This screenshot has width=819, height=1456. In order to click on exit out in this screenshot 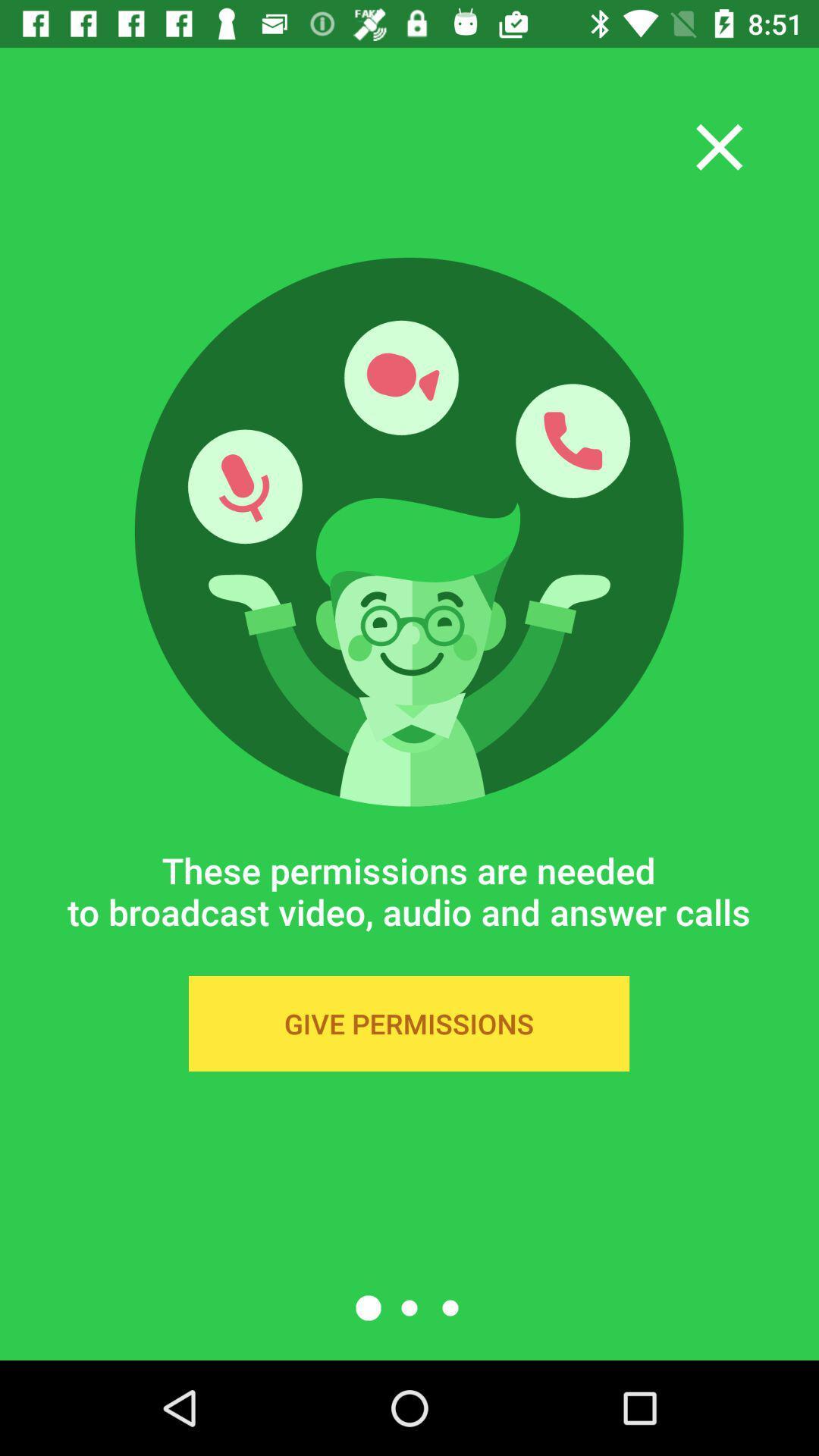, I will do `click(718, 147)`.